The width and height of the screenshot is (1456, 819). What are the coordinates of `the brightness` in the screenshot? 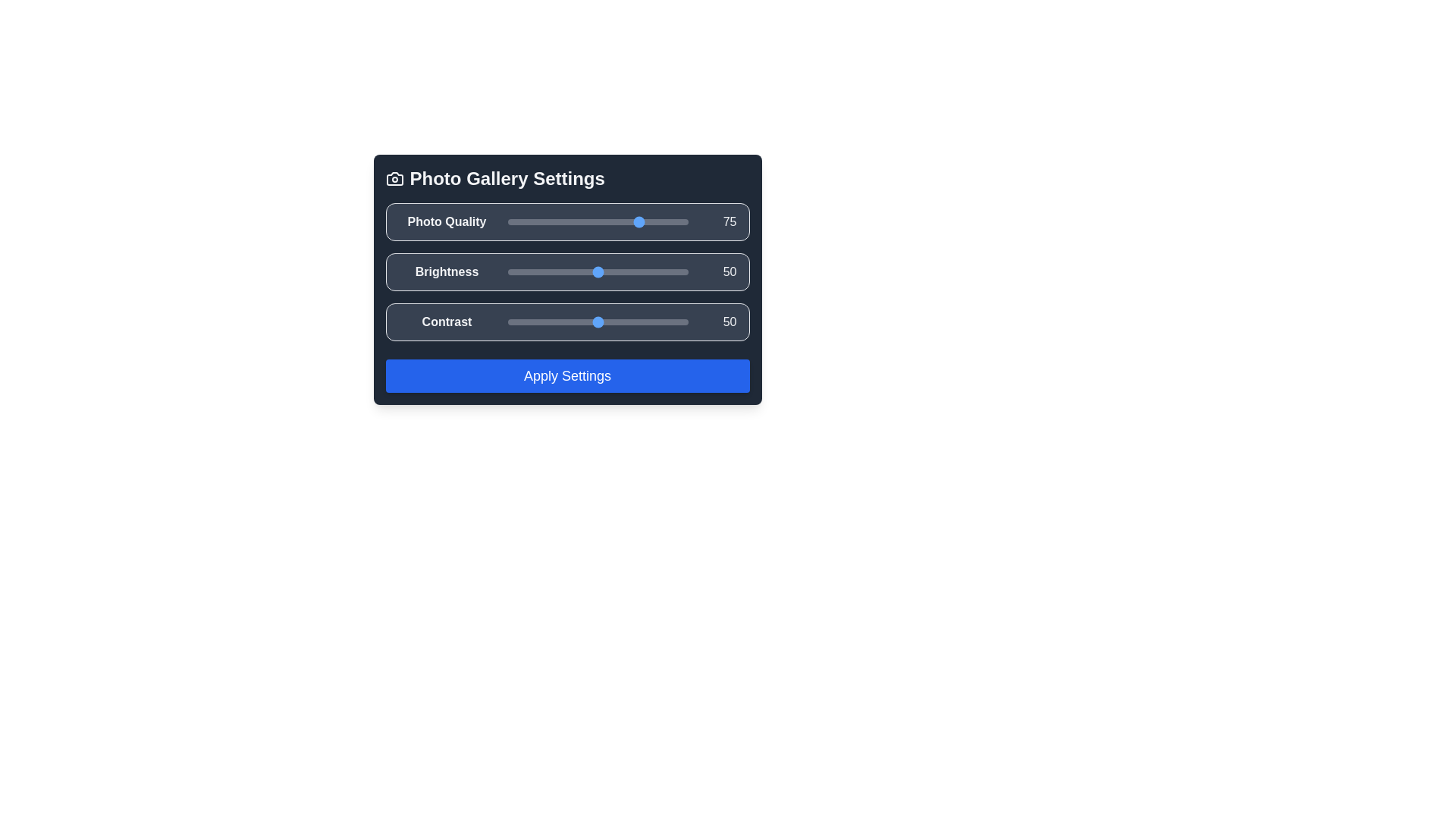 It's located at (586, 271).